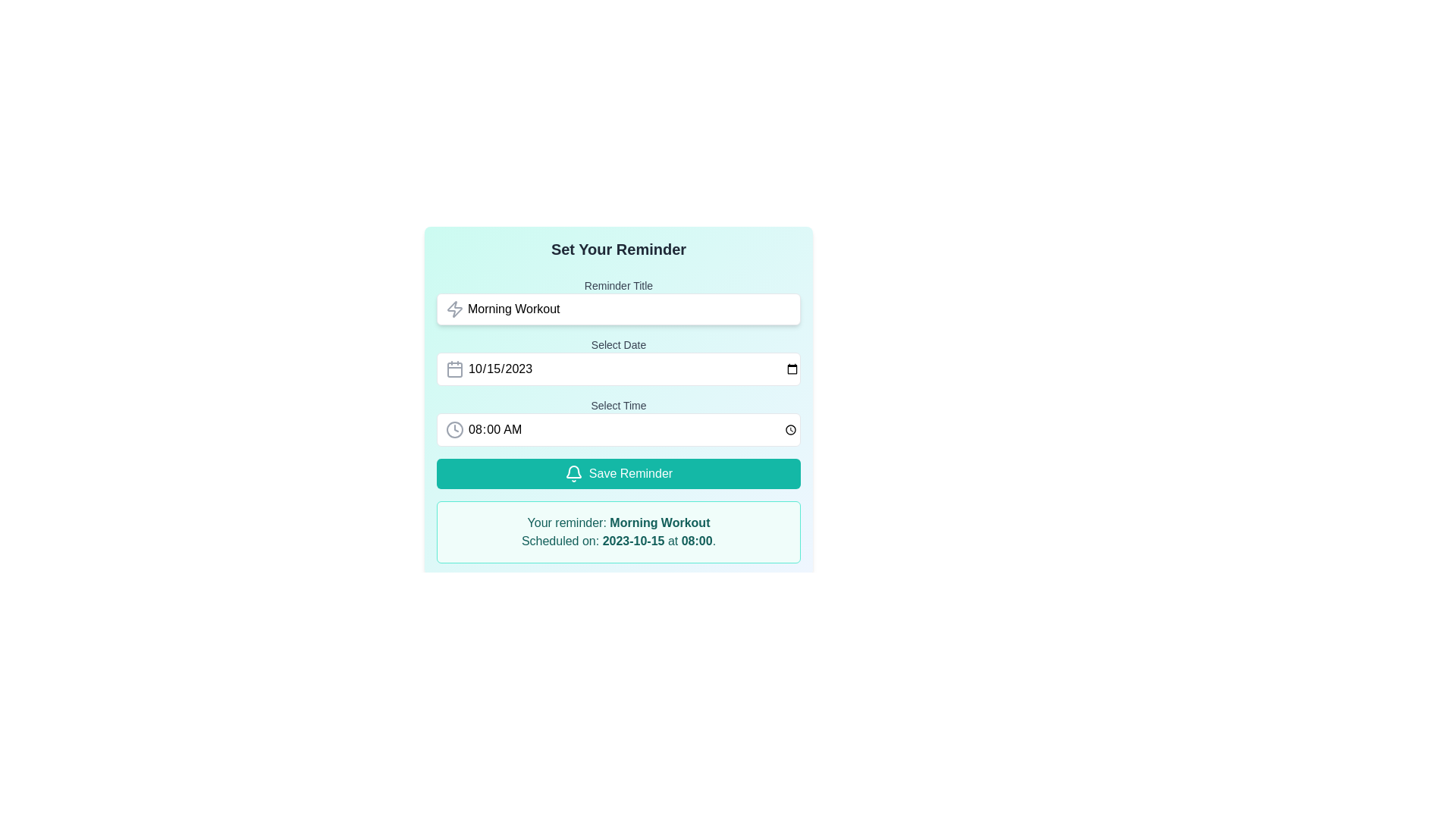 This screenshot has height=819, width=1456. Describe the element at coordinates (660, 522) in the screenshot. I see `the text label that displays the reminder title 'Your reminder: Morning Workout Scheduled on: 2023-10-15 at 08:00.' in the confirmation message located at the bottom of the interface` at that location.